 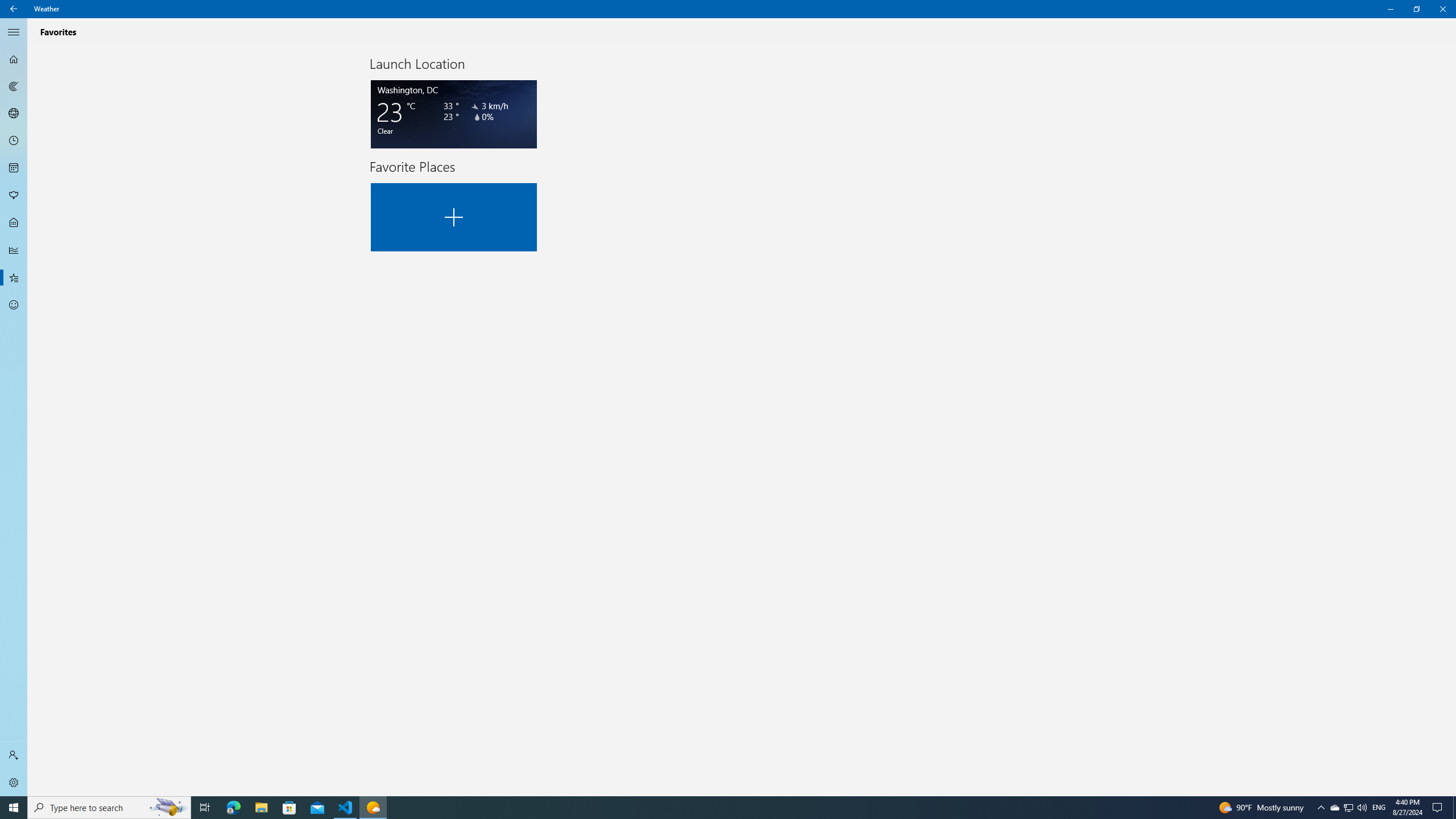 I want to click on 'Type here to search', so click(x=109, y=806).